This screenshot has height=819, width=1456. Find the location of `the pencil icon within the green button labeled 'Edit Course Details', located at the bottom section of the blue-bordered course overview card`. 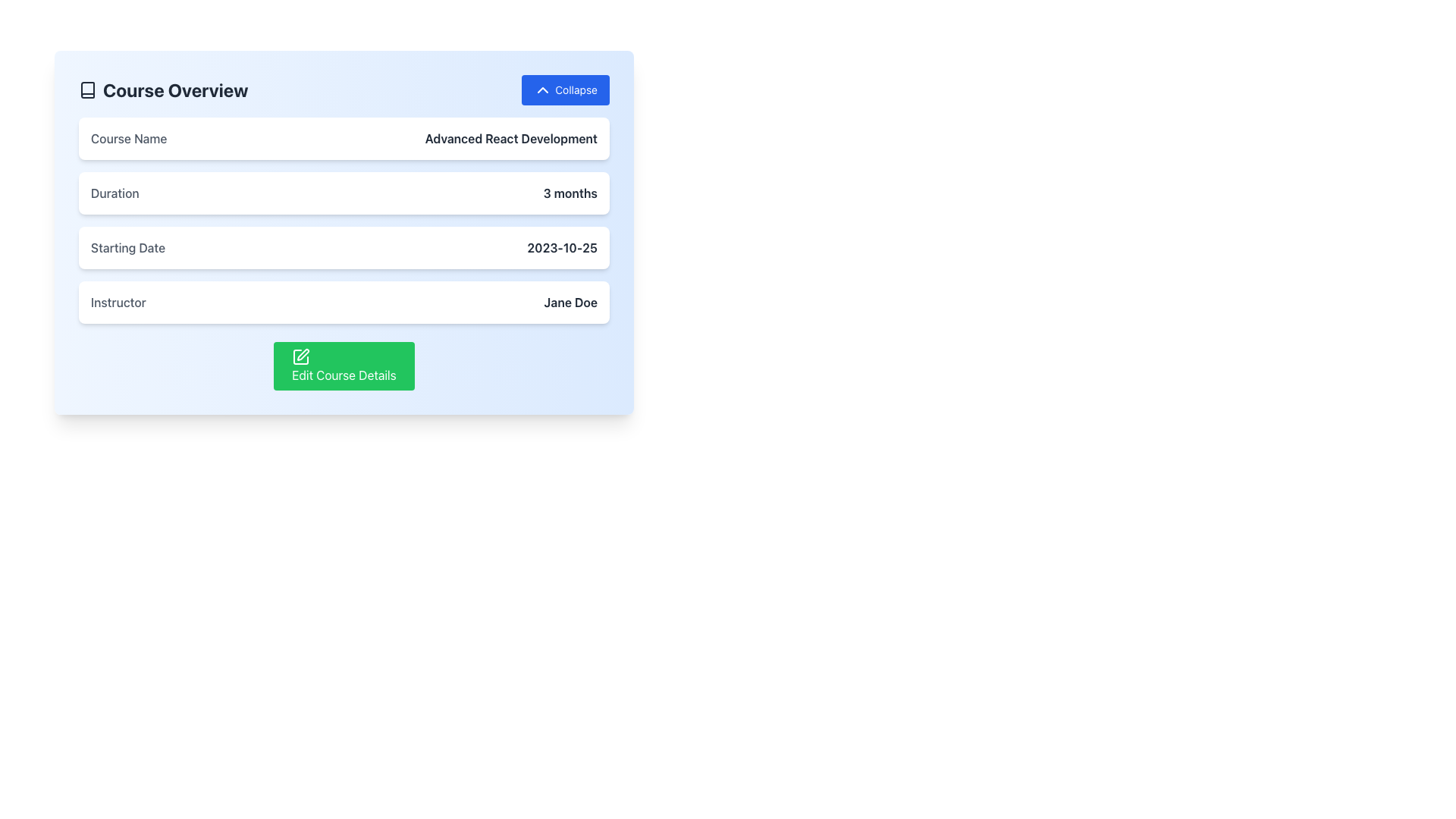

the pencil icon within the green button labeled 'Edit Course Details', located at the bottom section of the blue-bordered course overview card is located at coordinates (303, 354).